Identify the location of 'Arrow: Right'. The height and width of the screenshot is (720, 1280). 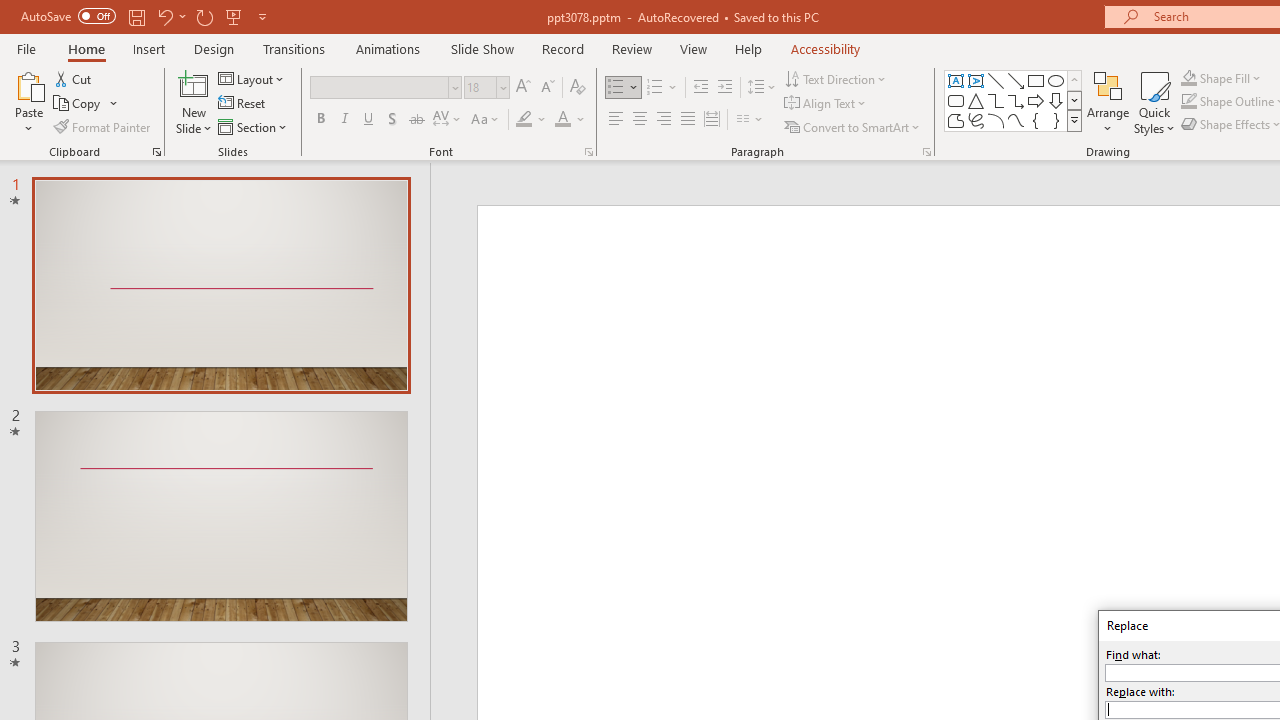
(1036, 100).